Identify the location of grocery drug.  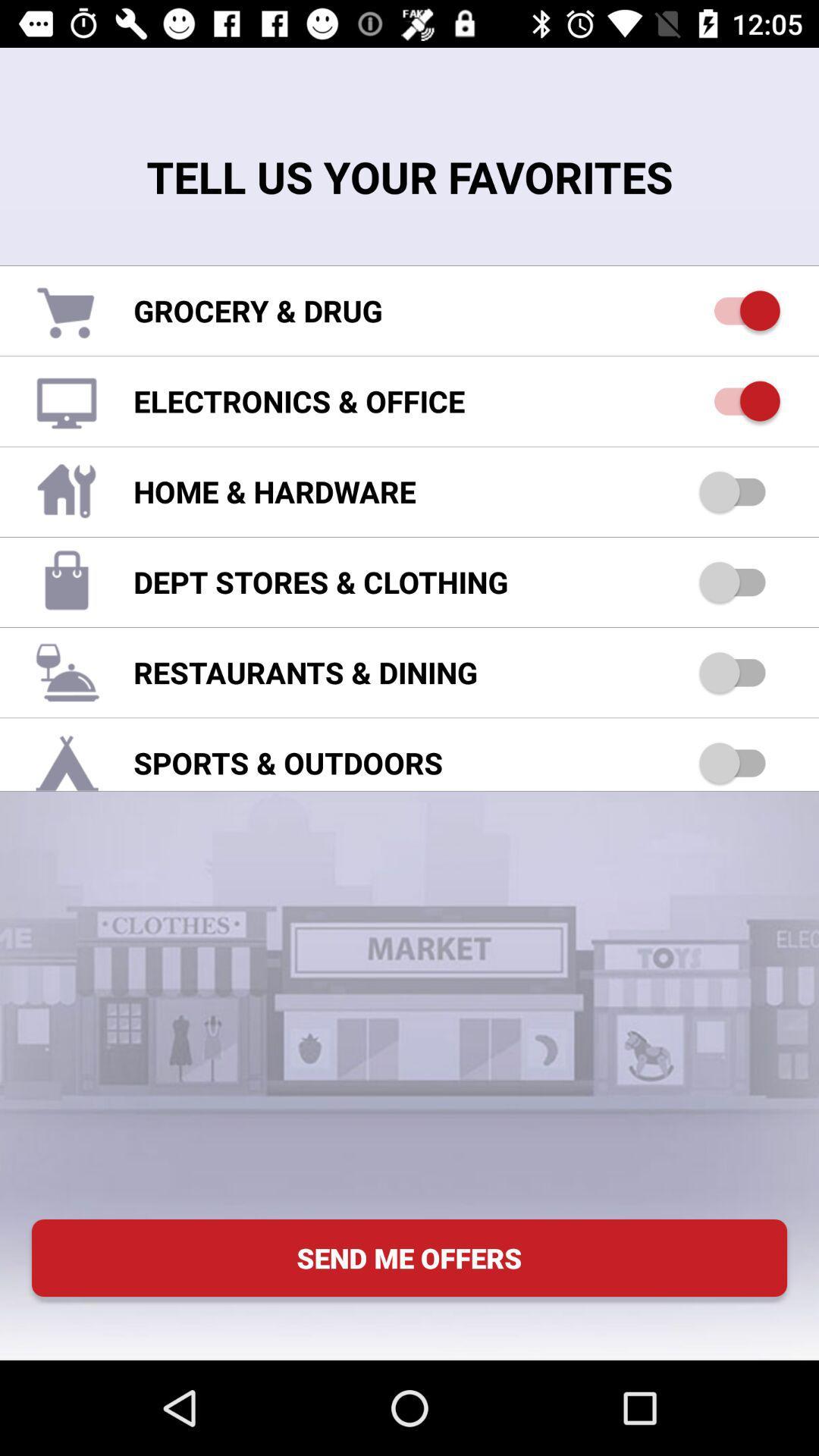
(739, 309).